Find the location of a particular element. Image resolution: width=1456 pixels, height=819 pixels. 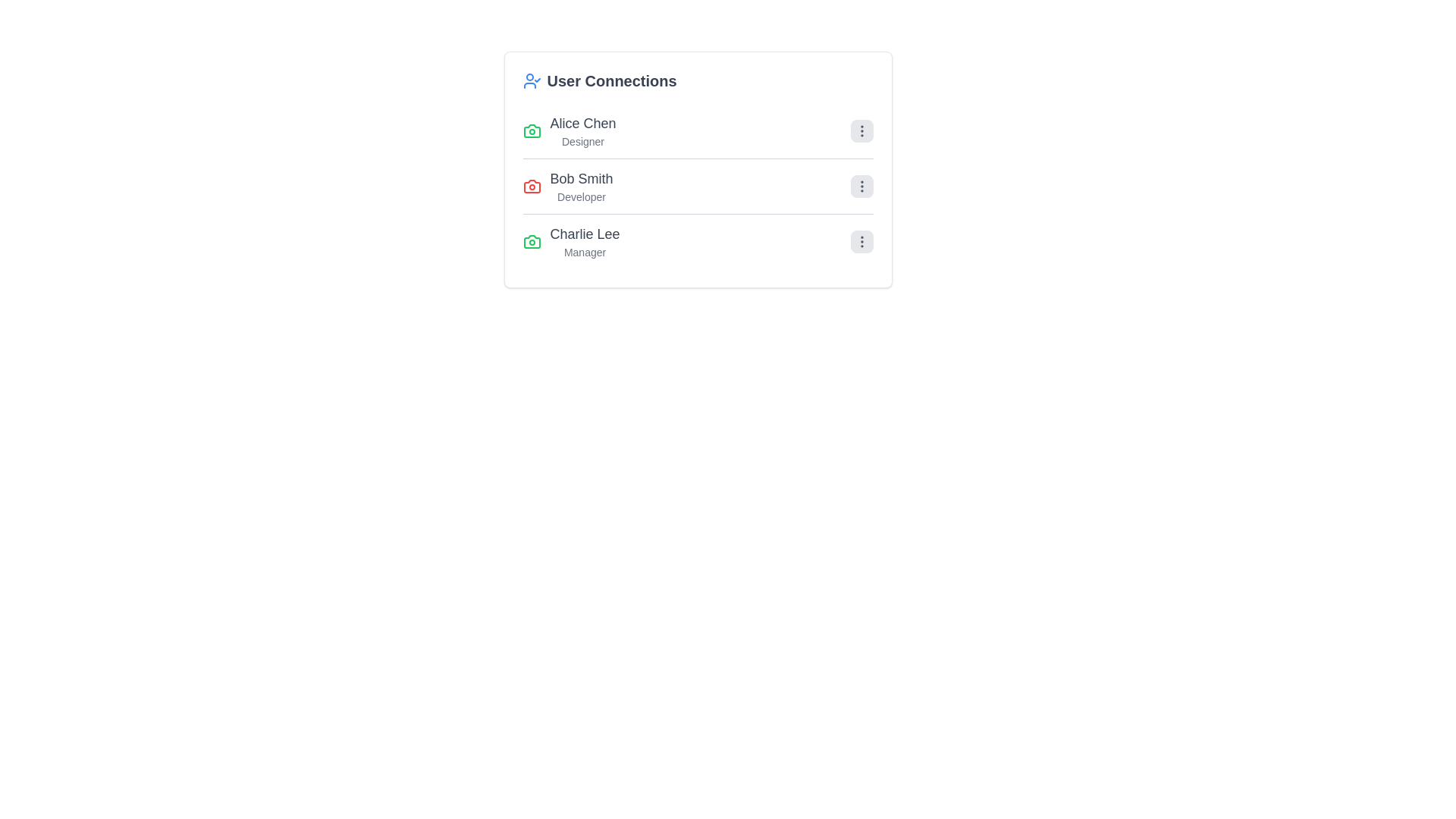

the camera icon associated with Alice Chen's profile information, located to the left of 'Alice Chen Designer' in the 'User Connections' section is located at coordinates (532, 130).